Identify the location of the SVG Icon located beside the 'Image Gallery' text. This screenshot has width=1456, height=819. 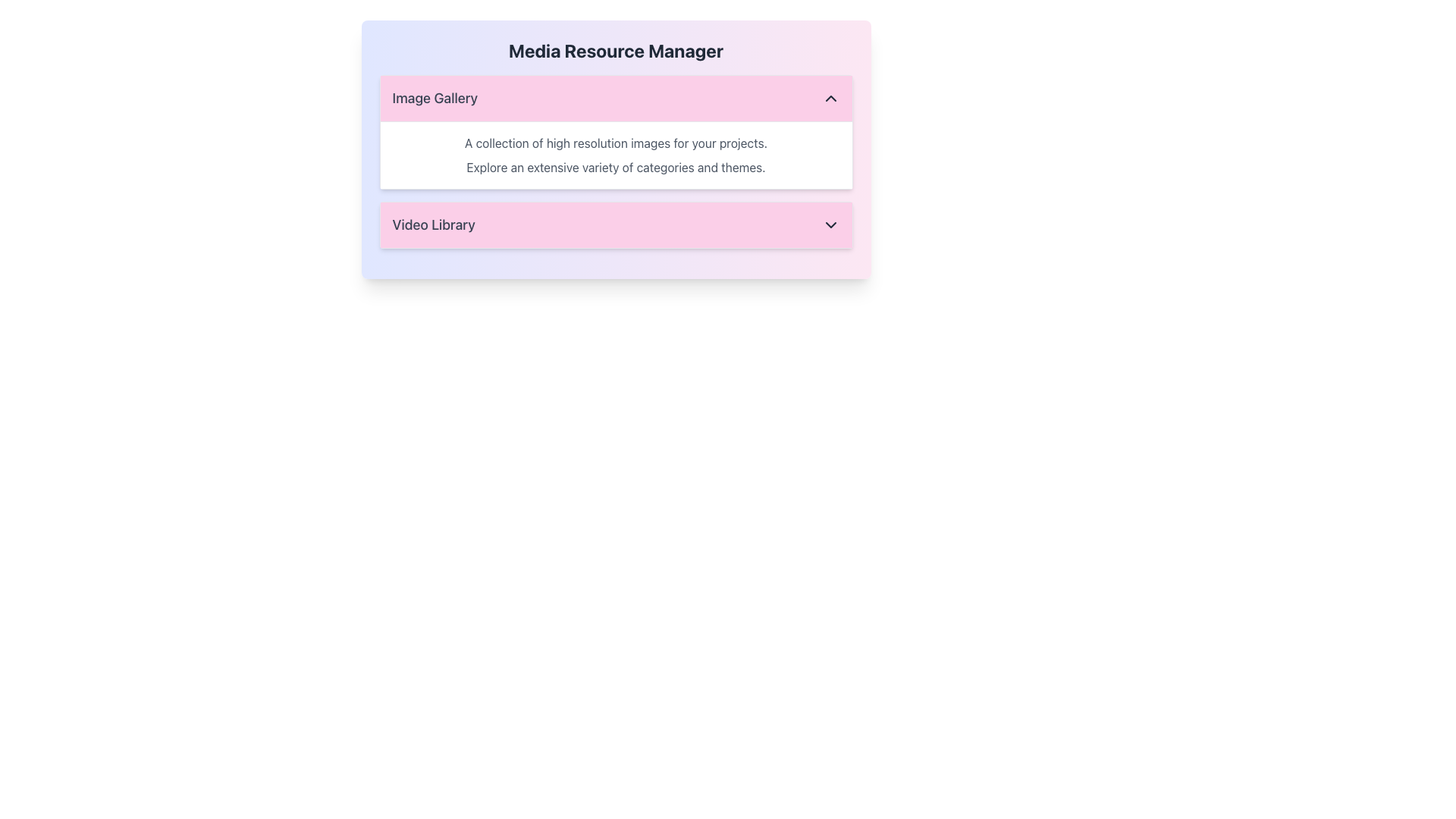
(830, 99).